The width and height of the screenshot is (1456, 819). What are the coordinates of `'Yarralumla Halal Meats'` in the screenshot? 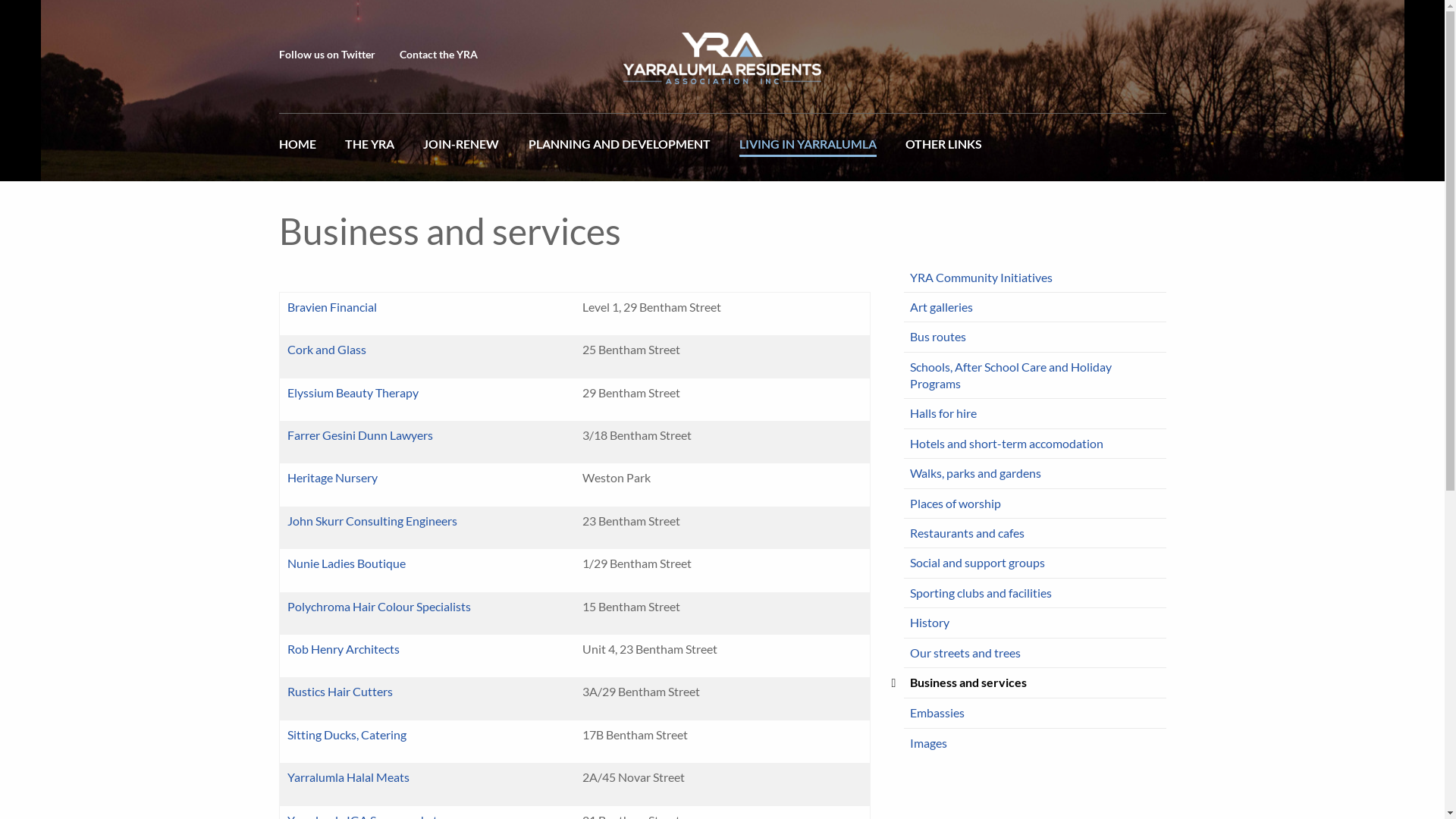 It's located at (347, 777).